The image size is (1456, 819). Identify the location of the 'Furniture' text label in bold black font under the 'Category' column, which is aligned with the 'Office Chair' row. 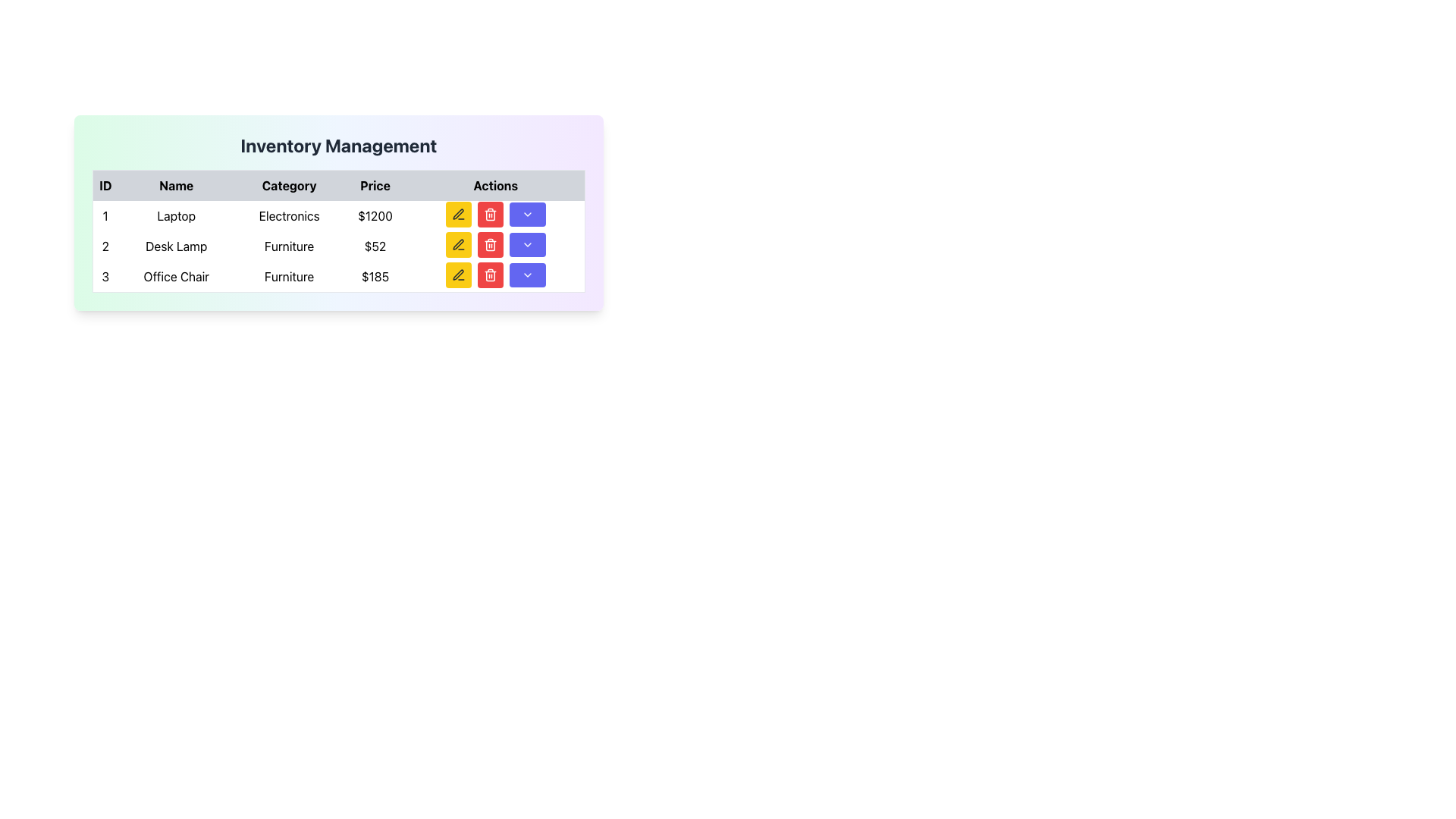
(289, 277).